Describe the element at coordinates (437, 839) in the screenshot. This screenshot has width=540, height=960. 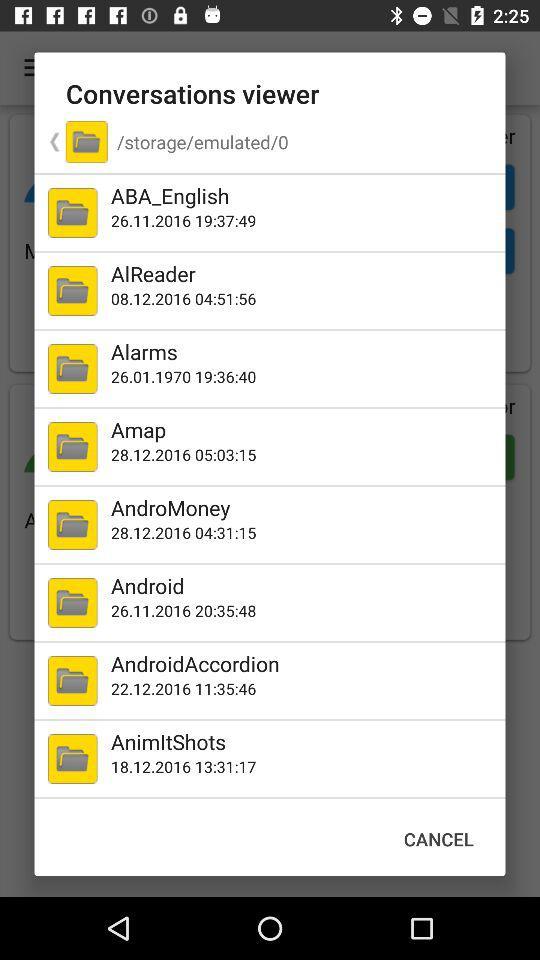
I see `cancel` at that location.